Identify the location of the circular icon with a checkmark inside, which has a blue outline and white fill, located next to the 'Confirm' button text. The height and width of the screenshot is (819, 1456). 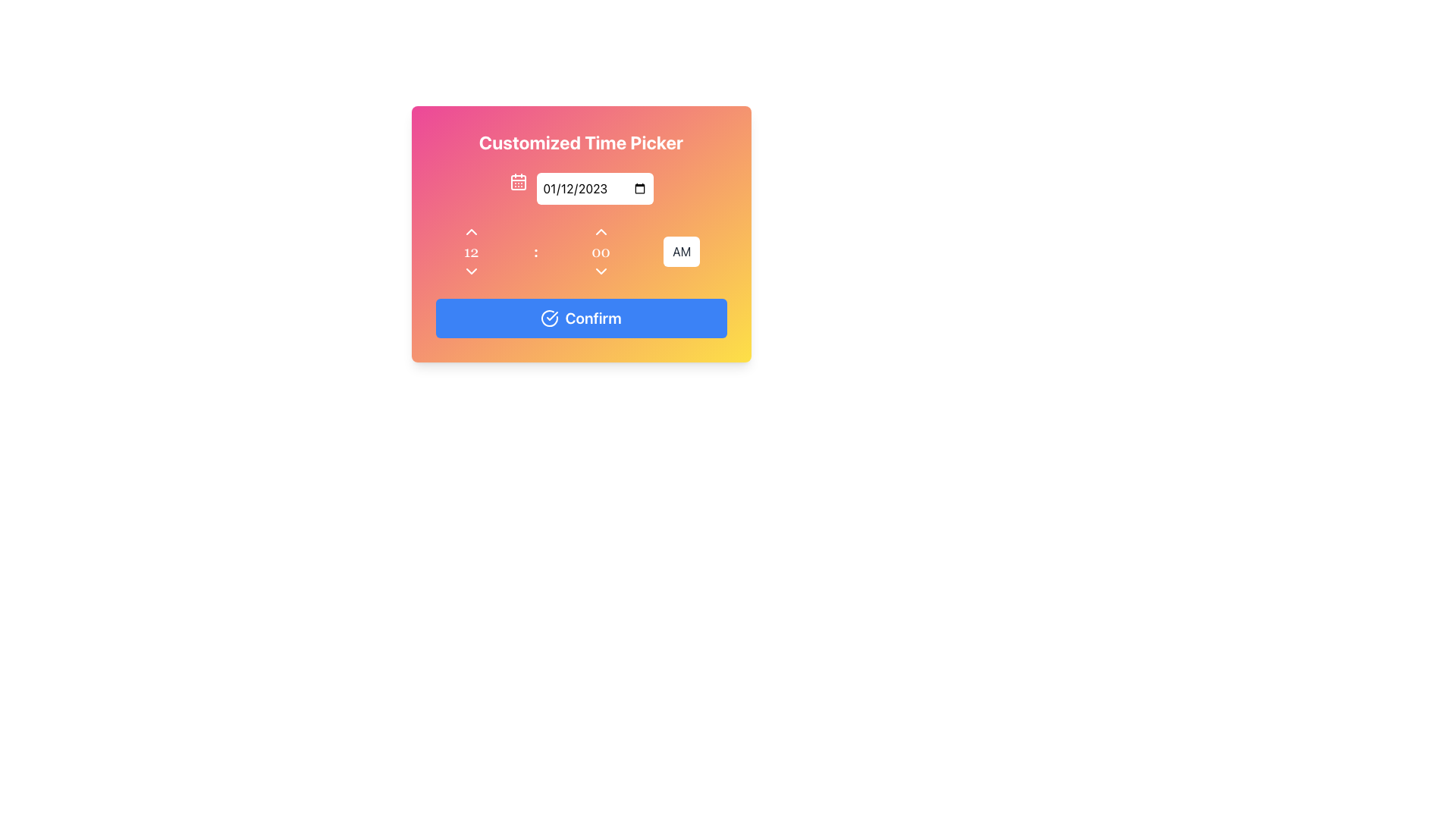
(549, 318).